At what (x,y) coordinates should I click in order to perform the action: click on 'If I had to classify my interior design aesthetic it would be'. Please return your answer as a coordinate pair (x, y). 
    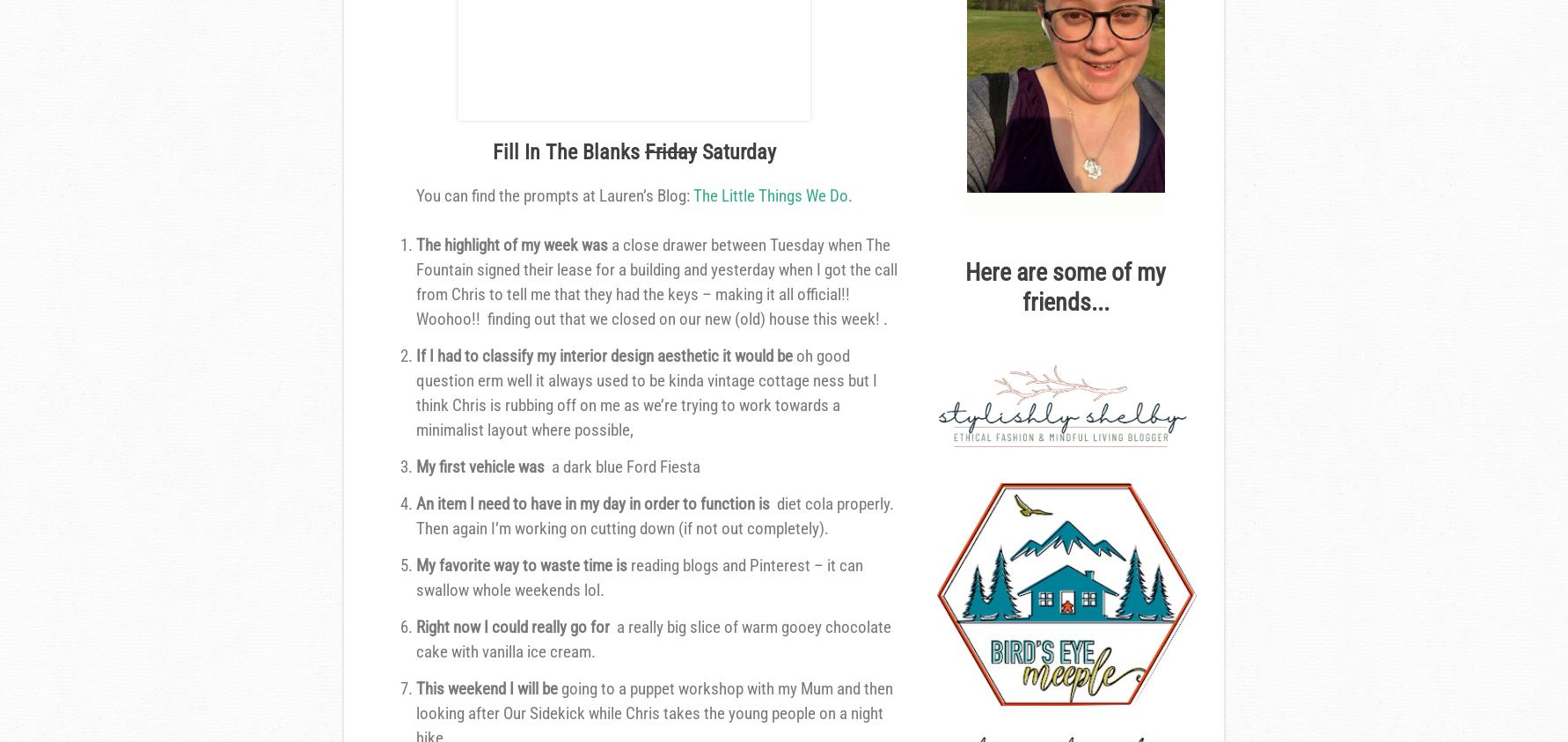
    Looking at the image, I should click on (604, 355).